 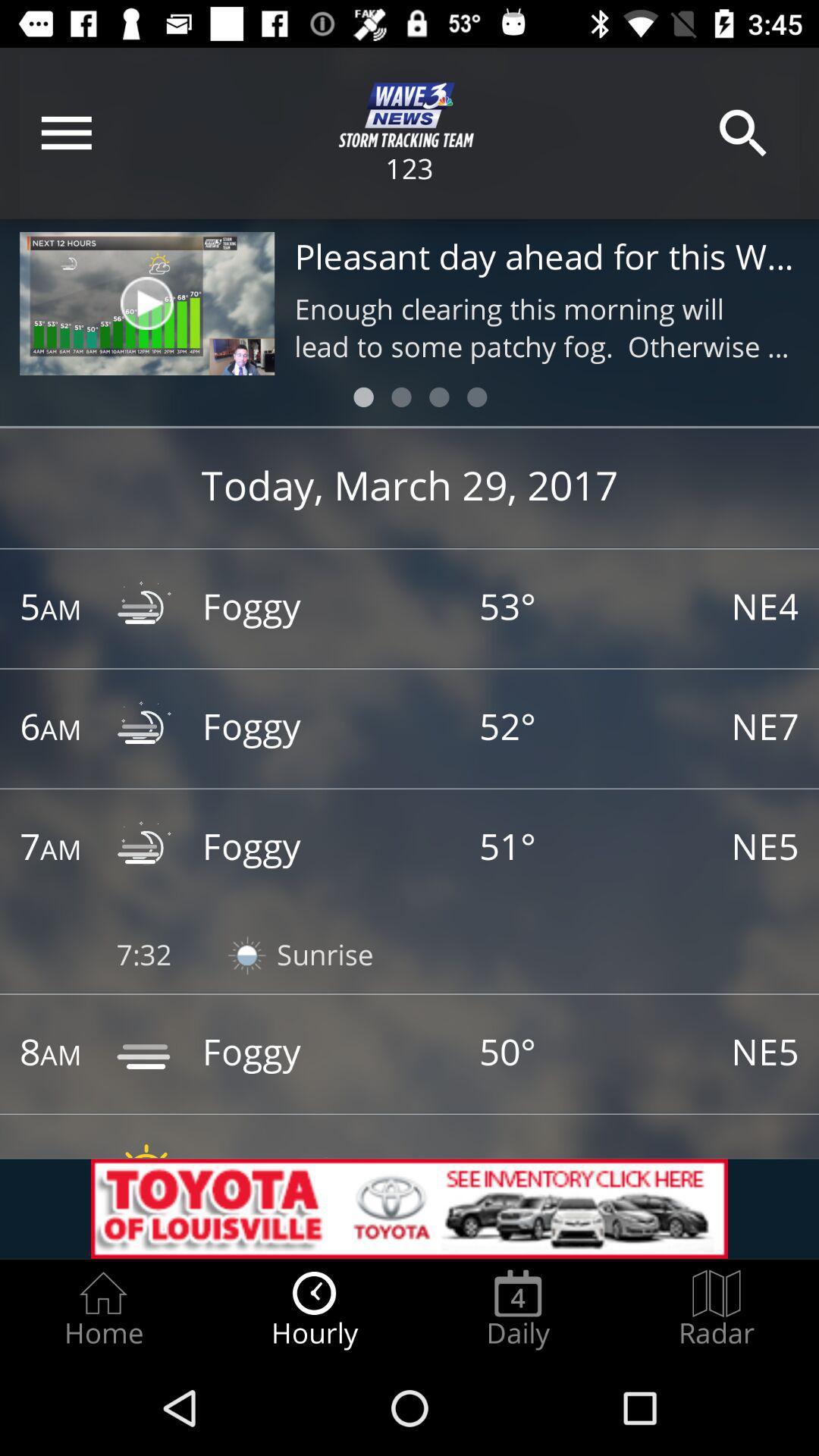 I want to click on the symbol which is right to 6am, so click(x=146, y=728).